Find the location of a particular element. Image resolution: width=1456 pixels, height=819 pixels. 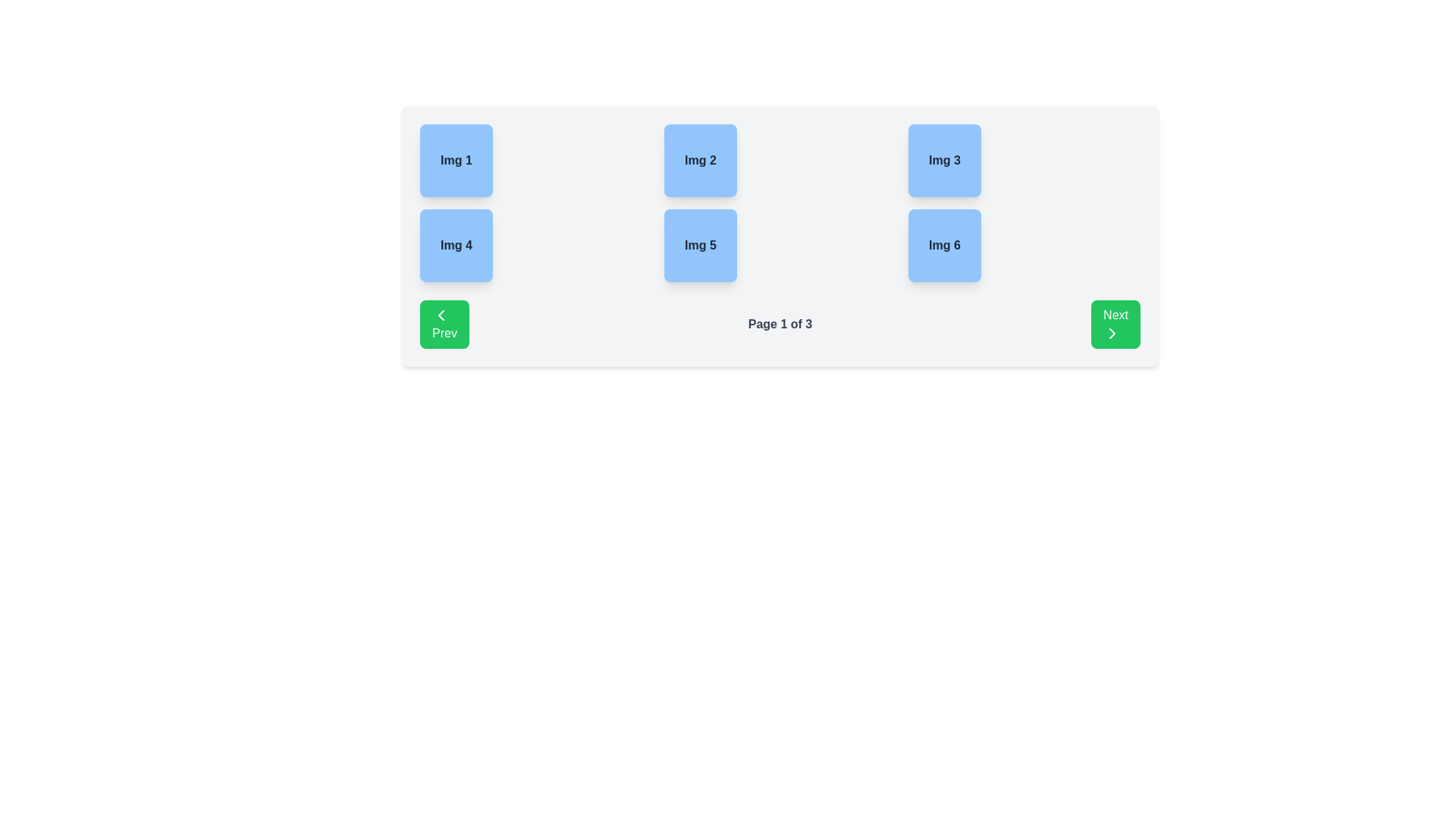

the text label that serves as an identifier for the image card located in the fourth column of the grid on the bottom row, which is contained within a blue square is located at coordinates (944, 245).